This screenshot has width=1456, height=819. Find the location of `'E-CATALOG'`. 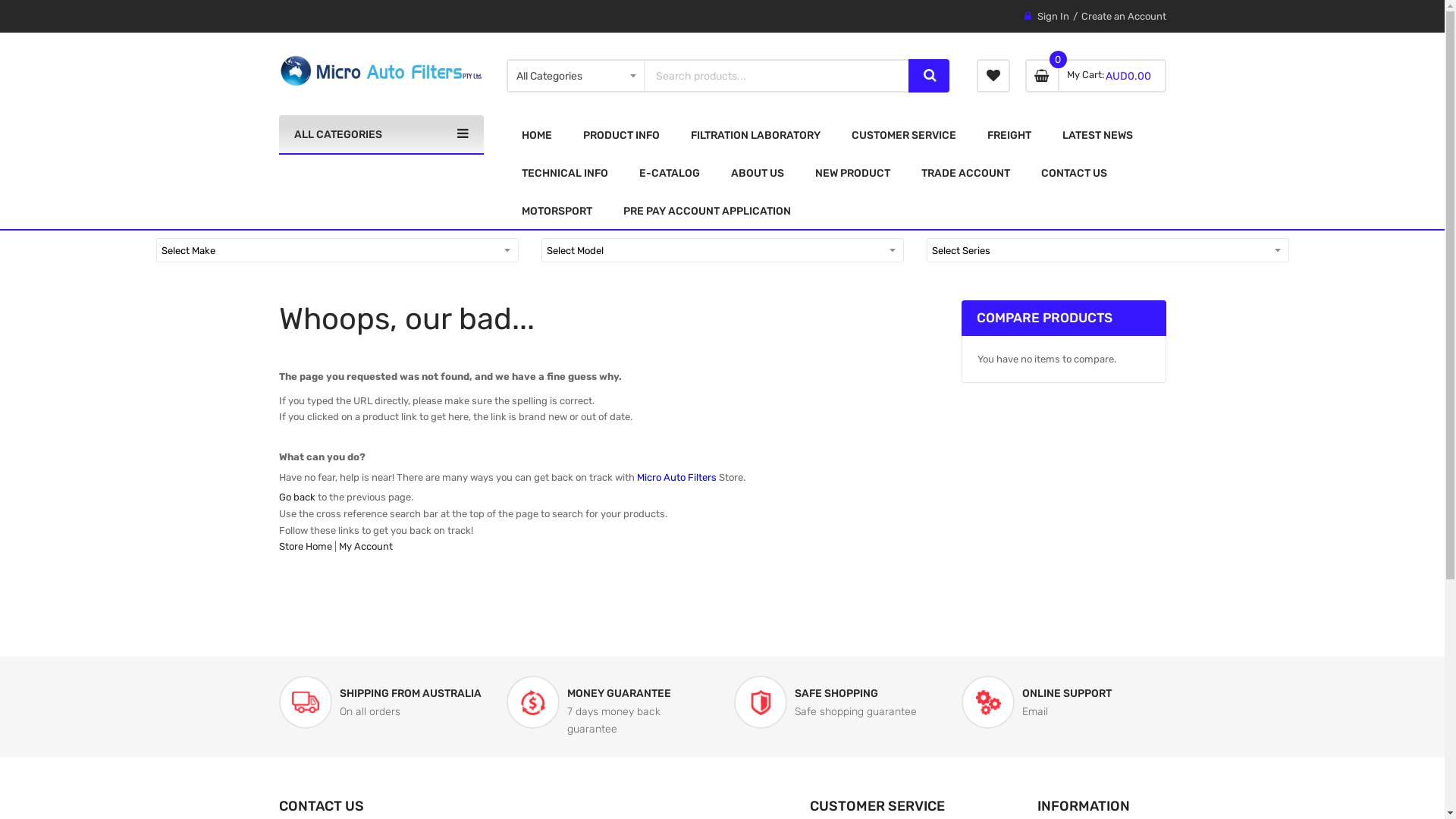

'E-CATALOG' is located at coordinates (668, 171).